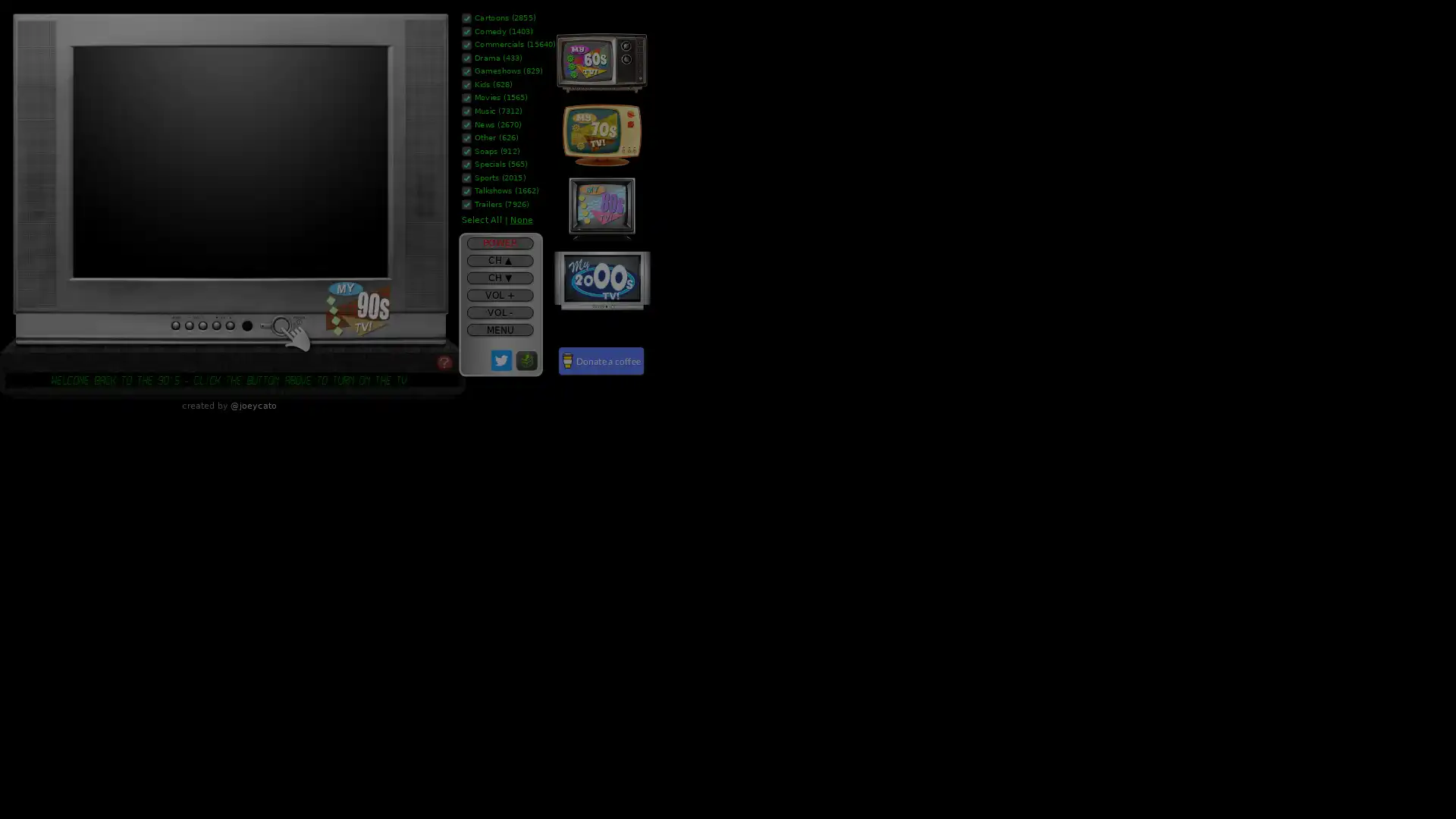  I want to click on CH, so click(499, 259).